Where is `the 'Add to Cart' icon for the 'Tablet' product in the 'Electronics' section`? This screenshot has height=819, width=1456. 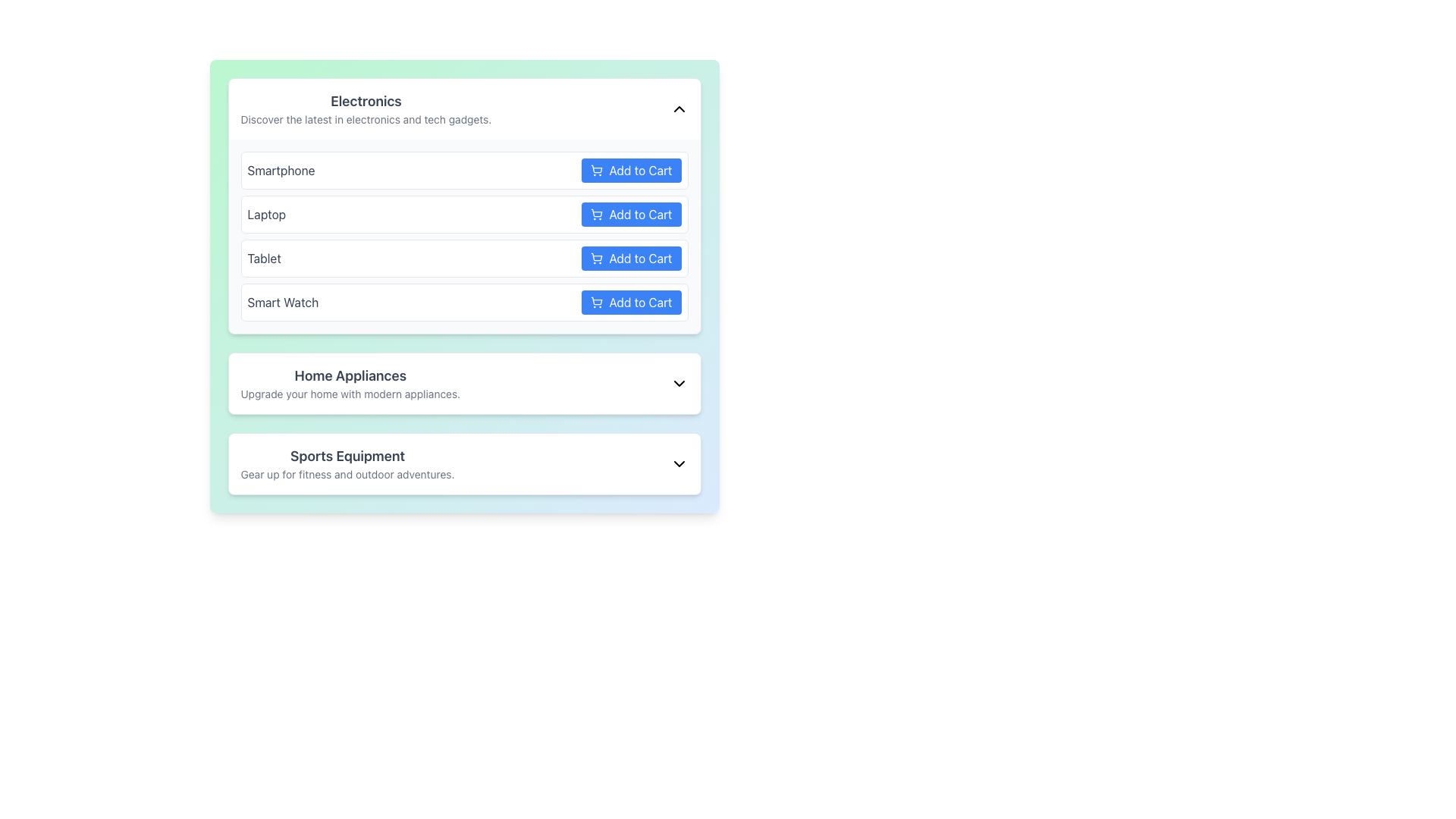
the 'Add to Cart' icon for the 'Tablet' product in the 'Electronics' section is located at coordinates (596, 256).